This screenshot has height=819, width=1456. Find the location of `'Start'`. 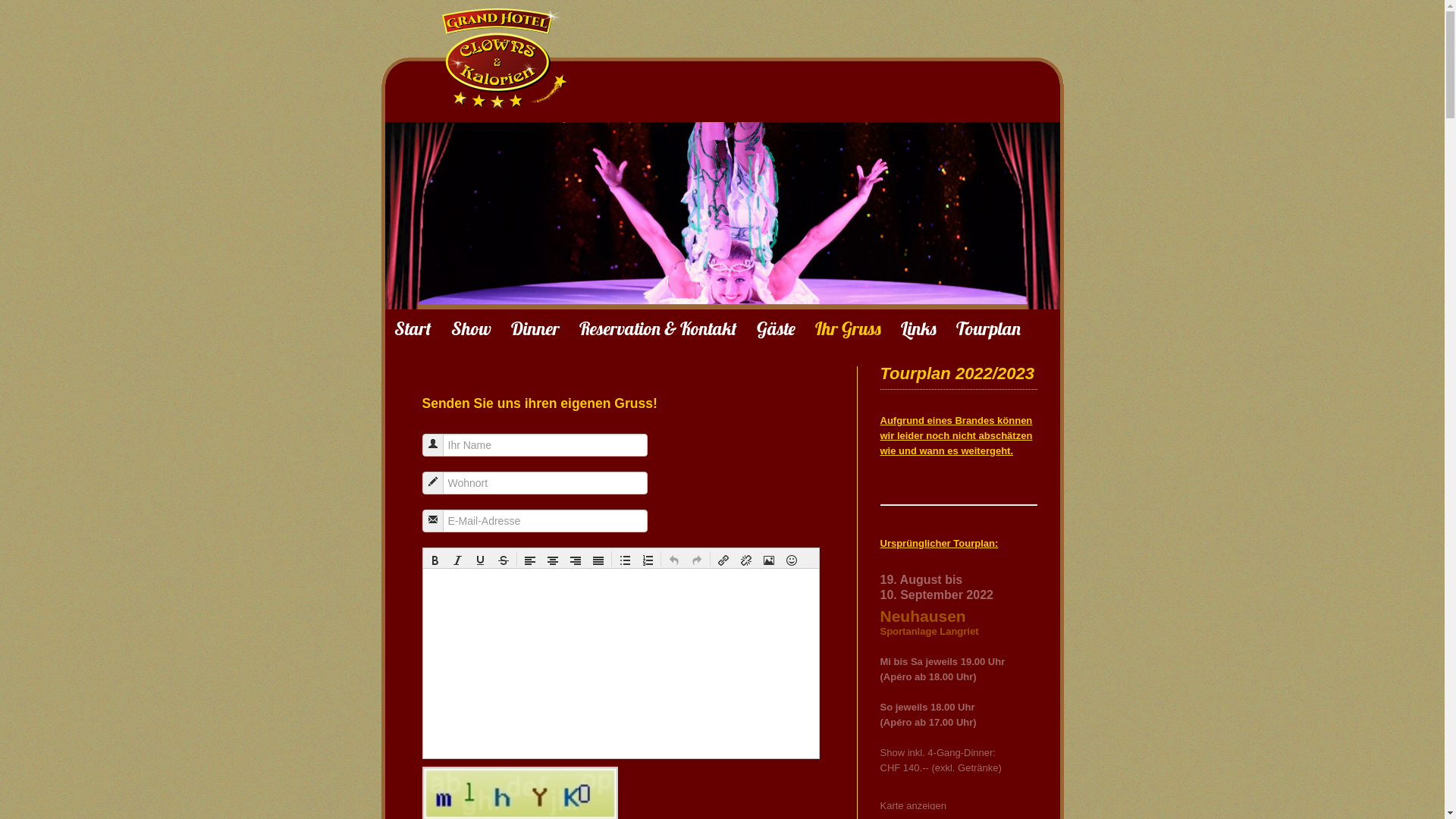

'Start' is located at coordinates (413, 327).